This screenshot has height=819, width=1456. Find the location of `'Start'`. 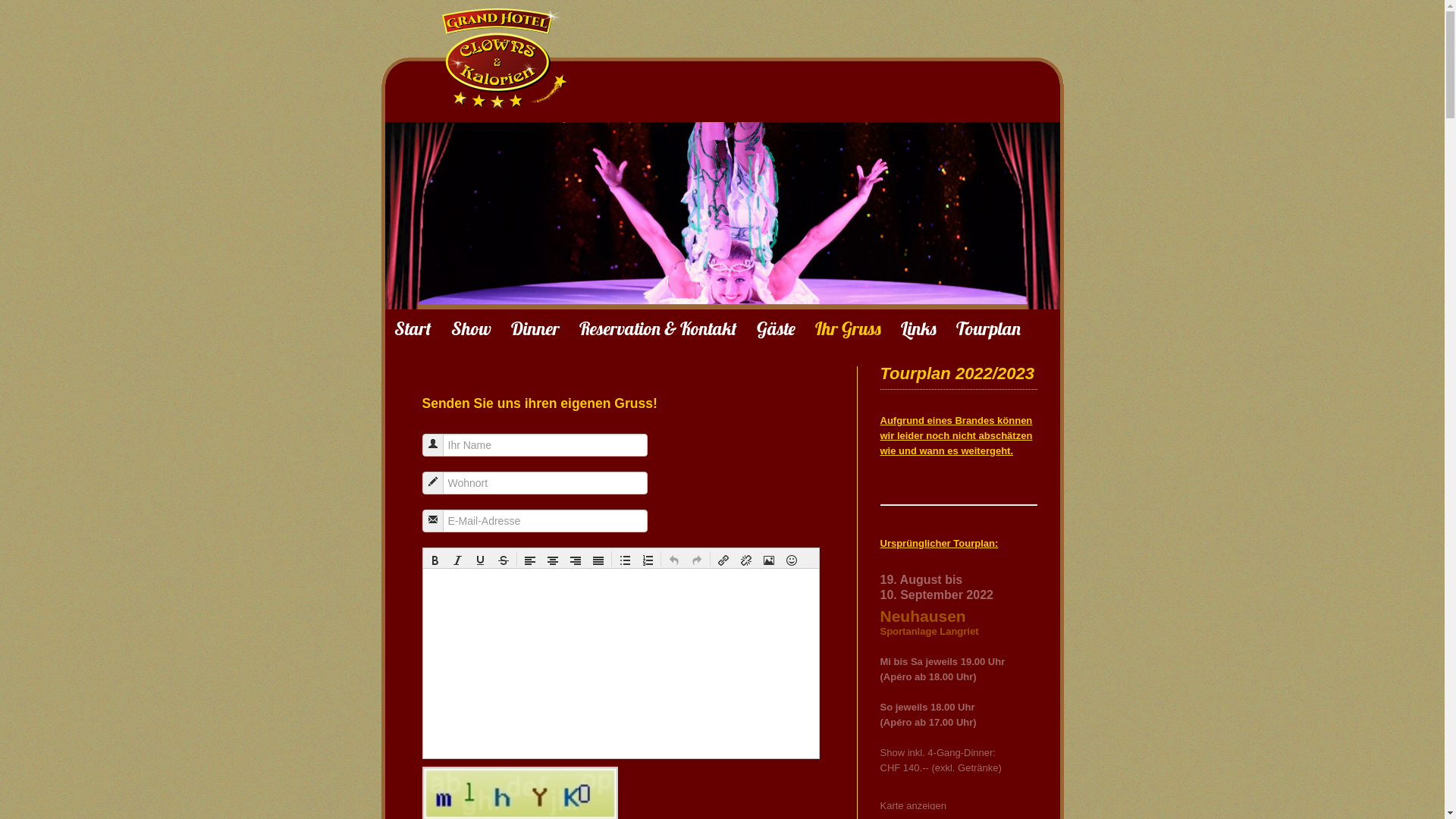

'Start' is located at coordinates (413, 327).